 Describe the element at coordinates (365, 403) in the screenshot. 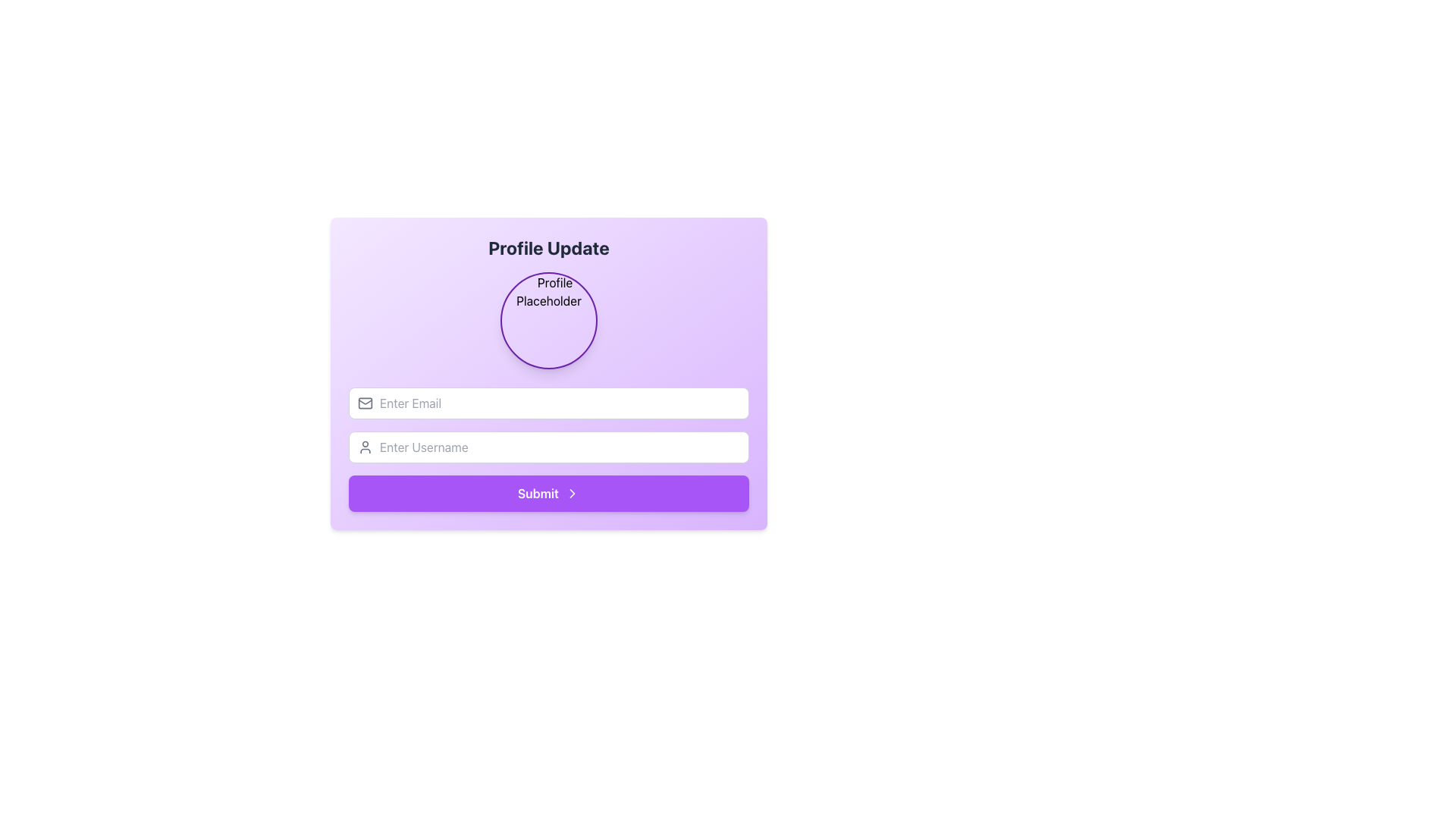

I see `the envelope body in the mail icon, which is located to the left of the 'Enter Email' text input field` at that location.